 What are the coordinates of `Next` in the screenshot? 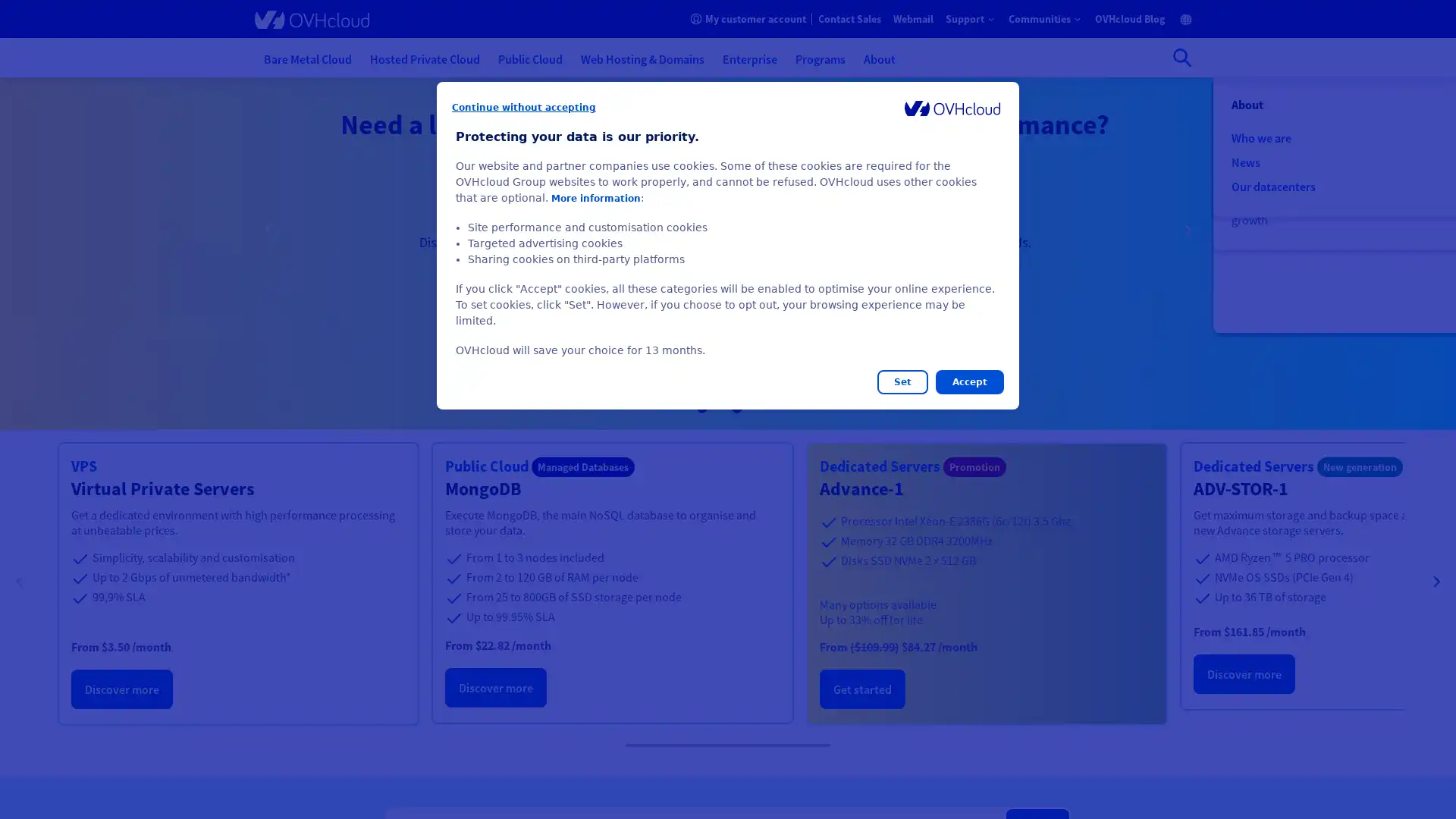 It's located at (1436, 583).